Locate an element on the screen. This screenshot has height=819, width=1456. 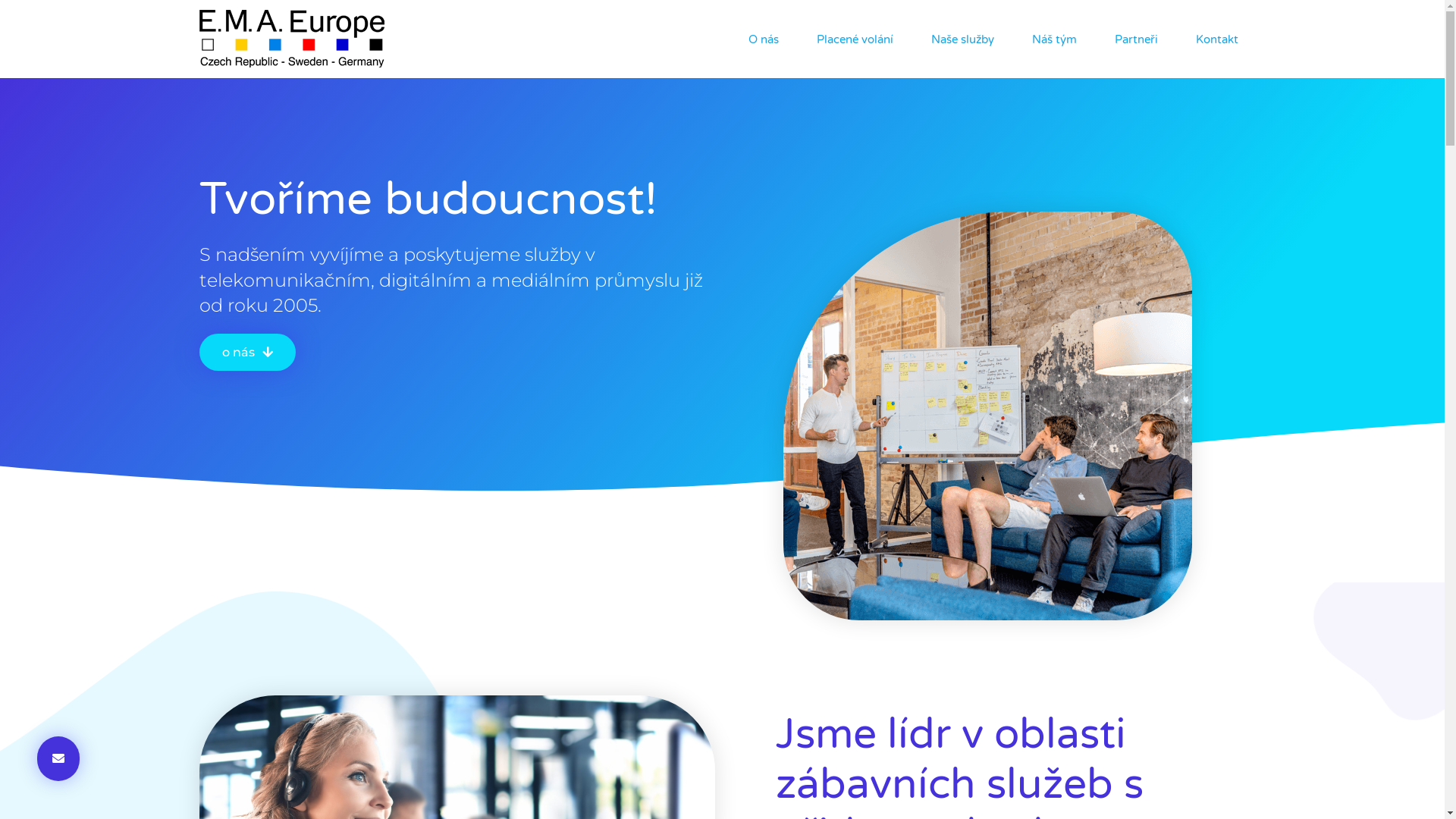
'Kontakt' is located at coordinates (1216, 38).